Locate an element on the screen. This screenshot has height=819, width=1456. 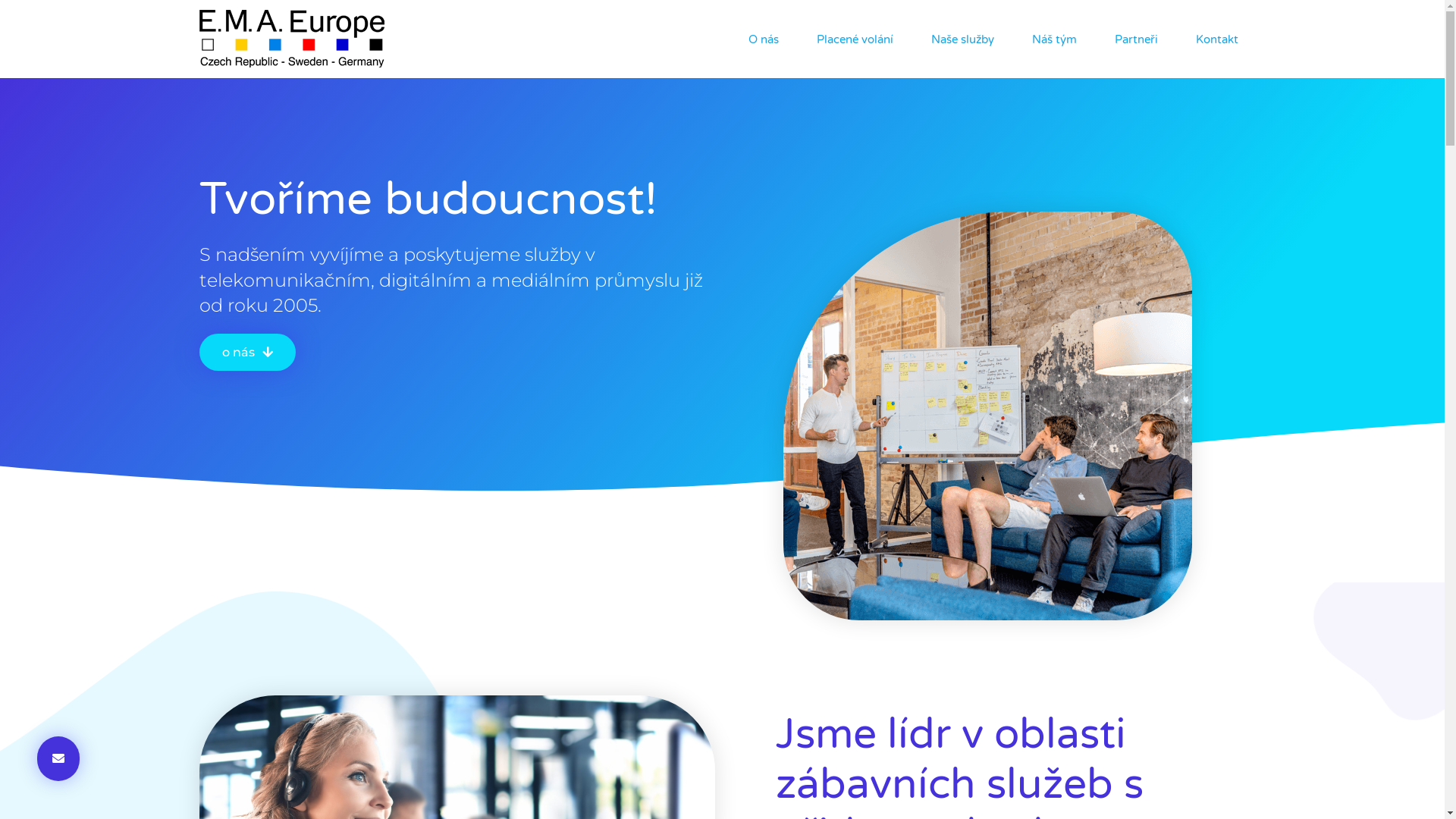
'Kontakt' is located at coordinates (1216, 38).